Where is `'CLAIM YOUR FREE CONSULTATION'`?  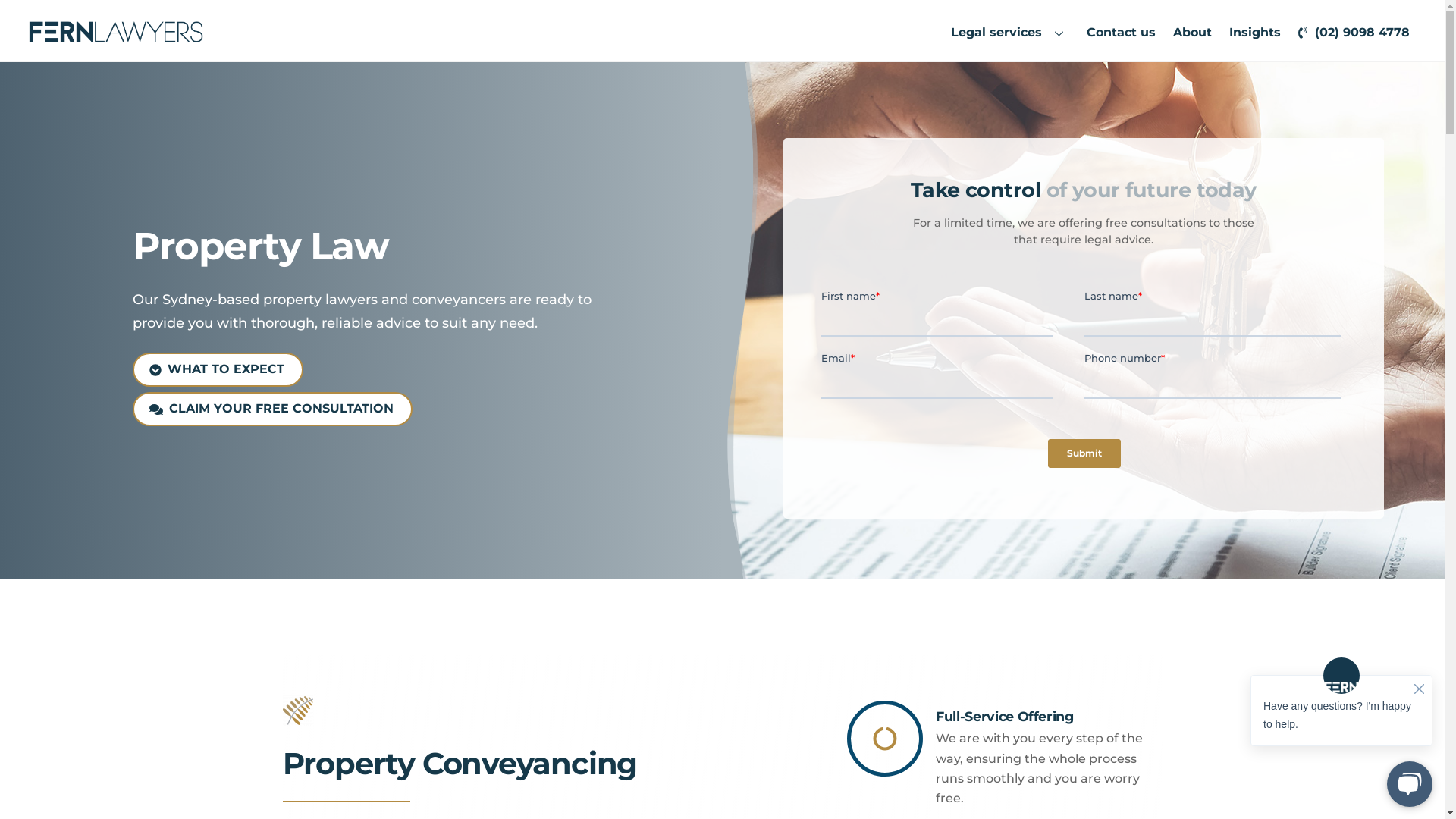
'CLAIM YOUR FREE CONSULTATION' is located at coordinates (272, 408).